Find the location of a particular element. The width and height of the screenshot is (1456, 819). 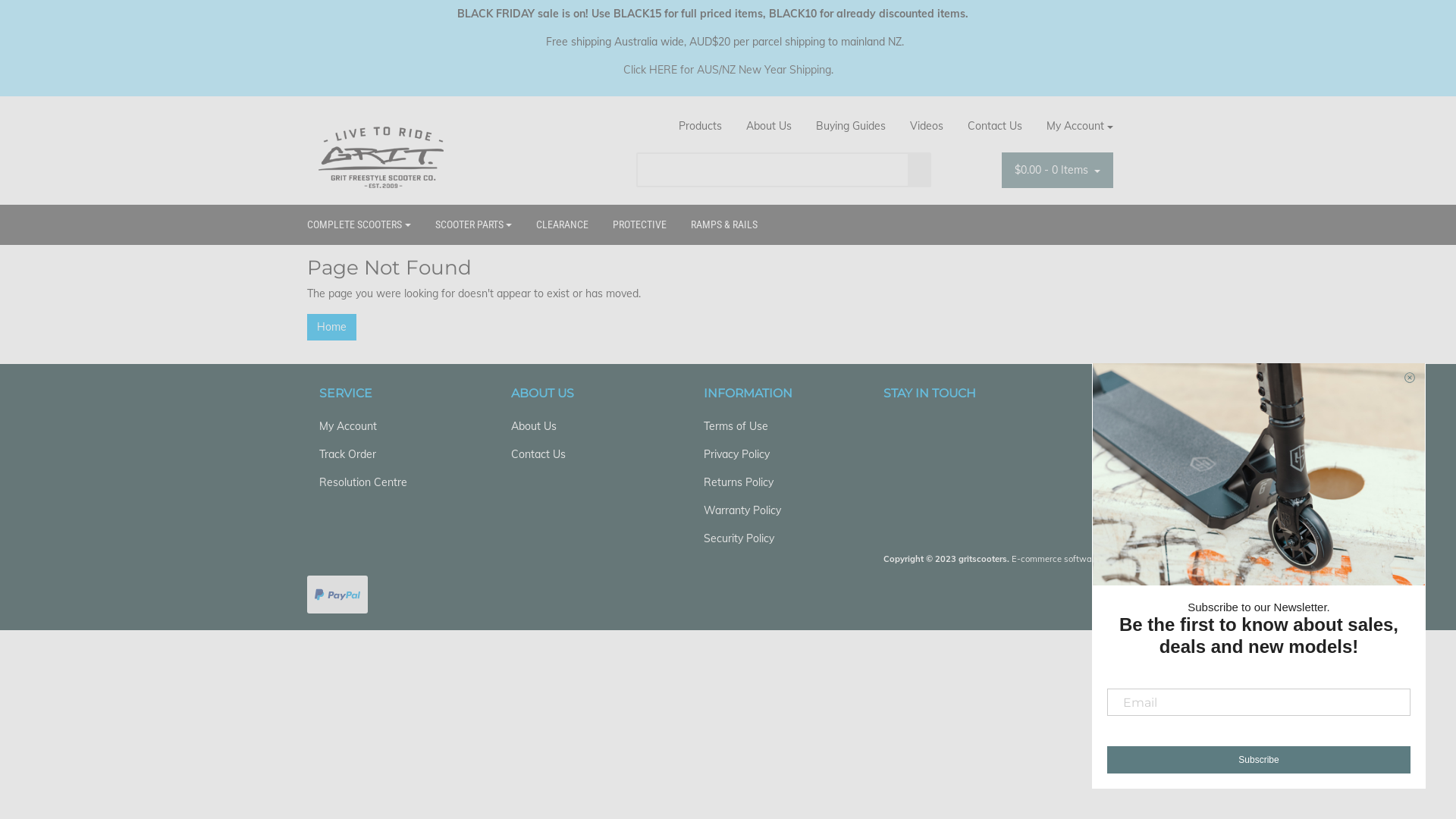

'Track Order' is located at coordinates (306, 453).